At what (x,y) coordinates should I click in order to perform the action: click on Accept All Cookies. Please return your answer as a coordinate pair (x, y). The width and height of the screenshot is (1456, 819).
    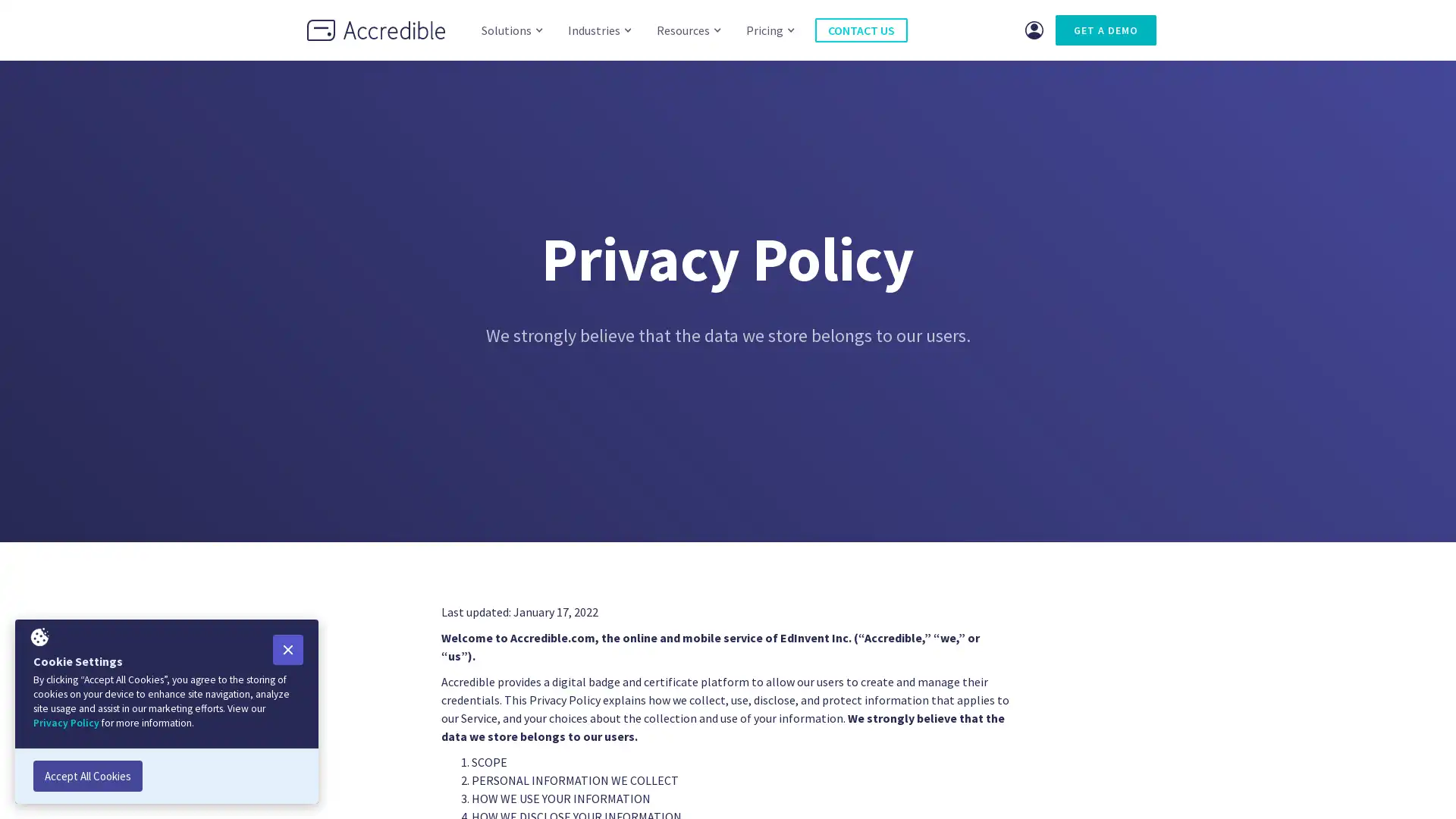
    Looking at the image, I should click on (86, 775).